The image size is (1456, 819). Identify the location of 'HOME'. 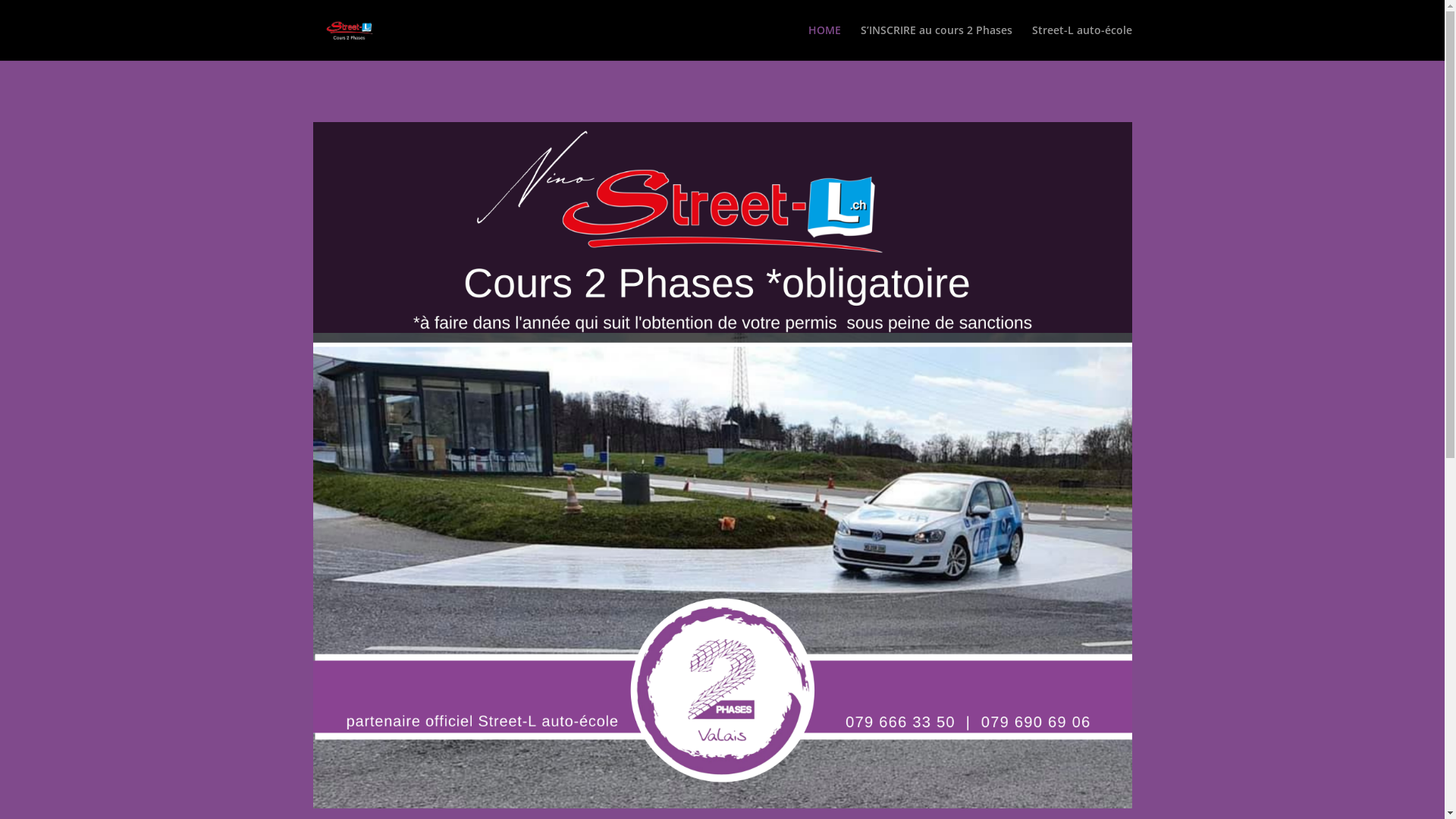
(807, 42).